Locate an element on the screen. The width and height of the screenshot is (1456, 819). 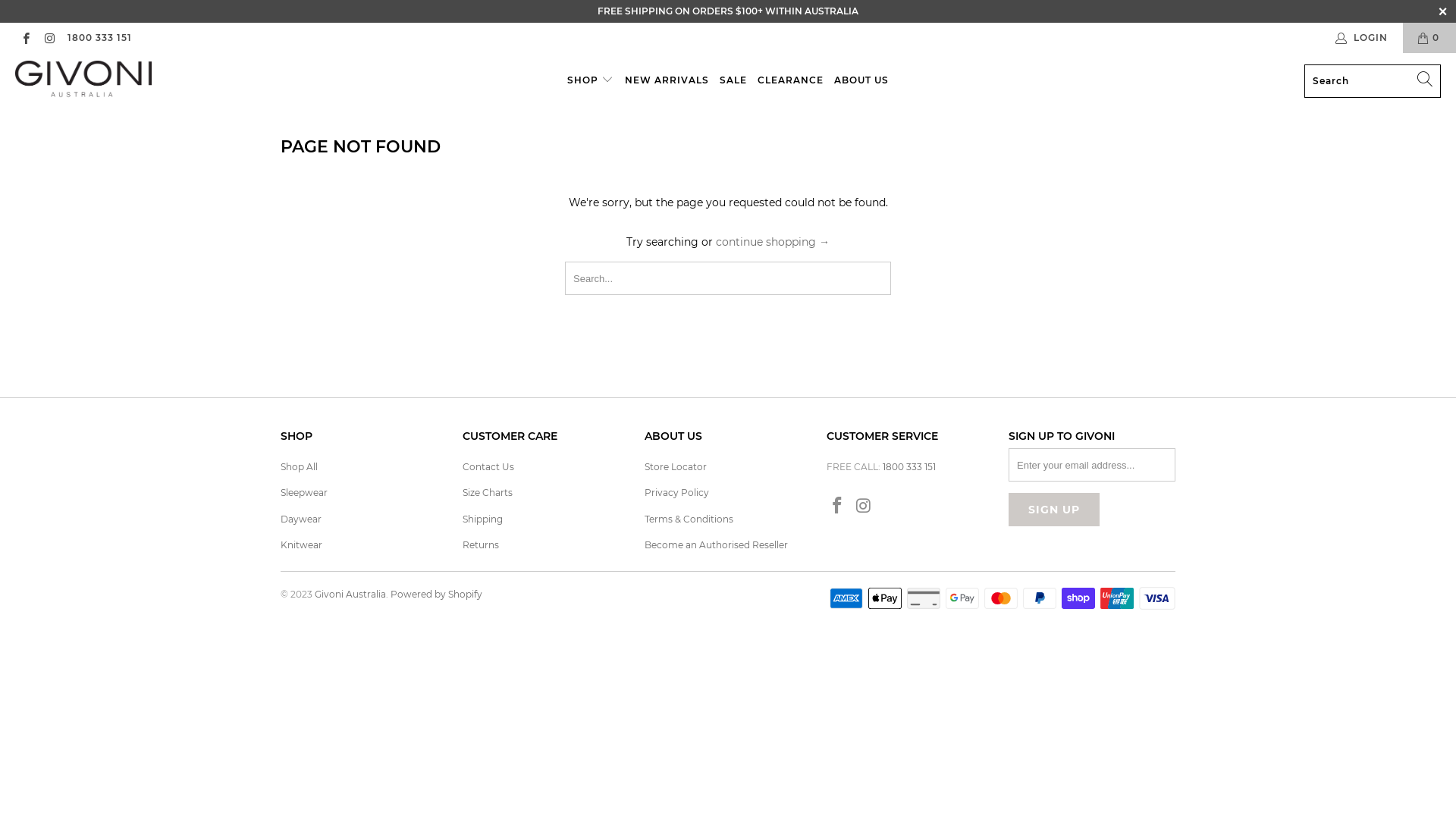
'Givoni Australia on Instagram' is located at coordinates (864, 506).